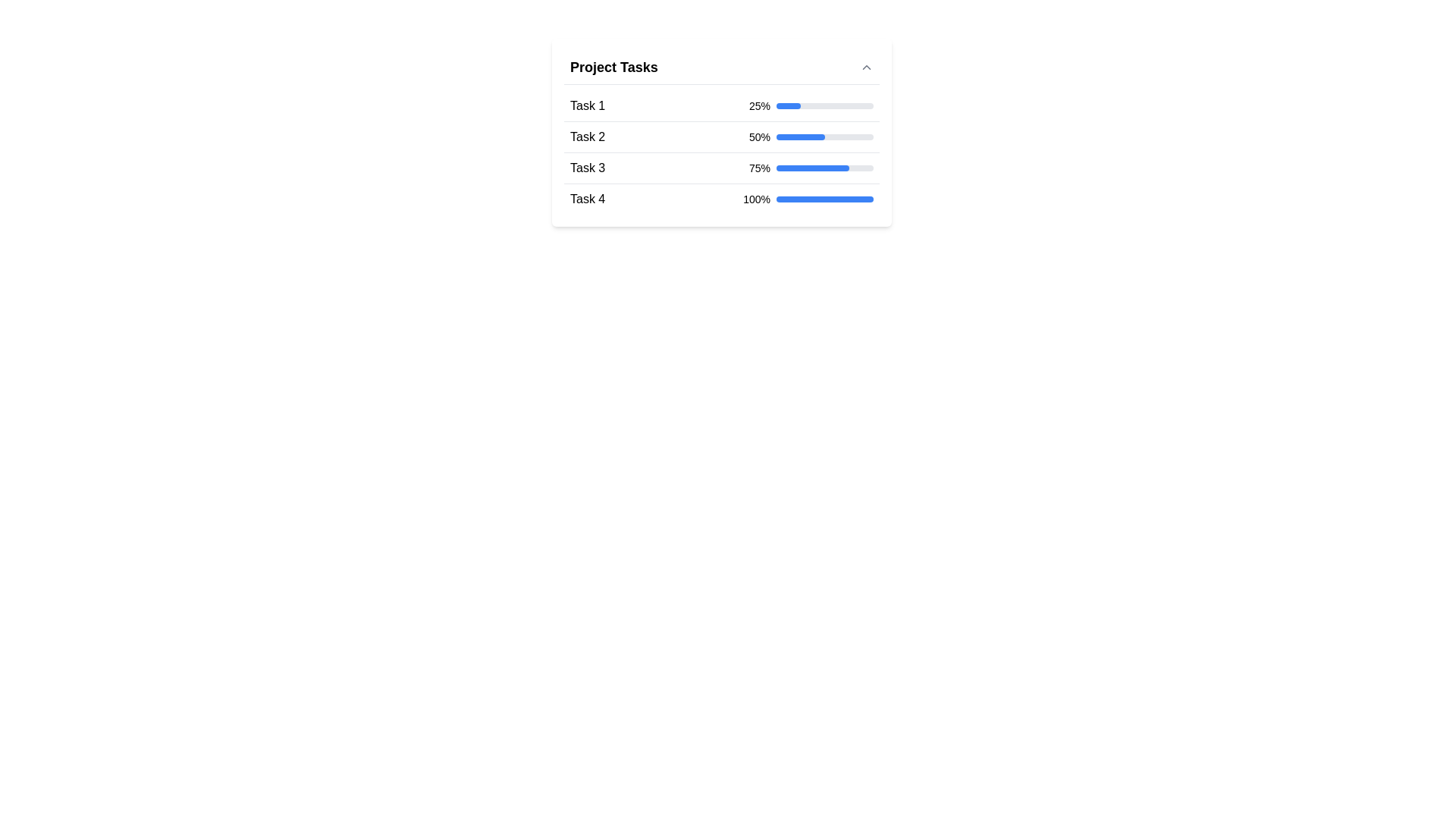 The height and width of the screenshot is (819, 1456). Describe the element at coordinates (808, 198) in the screenshot. I see `the progress bar information of 'Task 4' which displays '100%'` at that location.